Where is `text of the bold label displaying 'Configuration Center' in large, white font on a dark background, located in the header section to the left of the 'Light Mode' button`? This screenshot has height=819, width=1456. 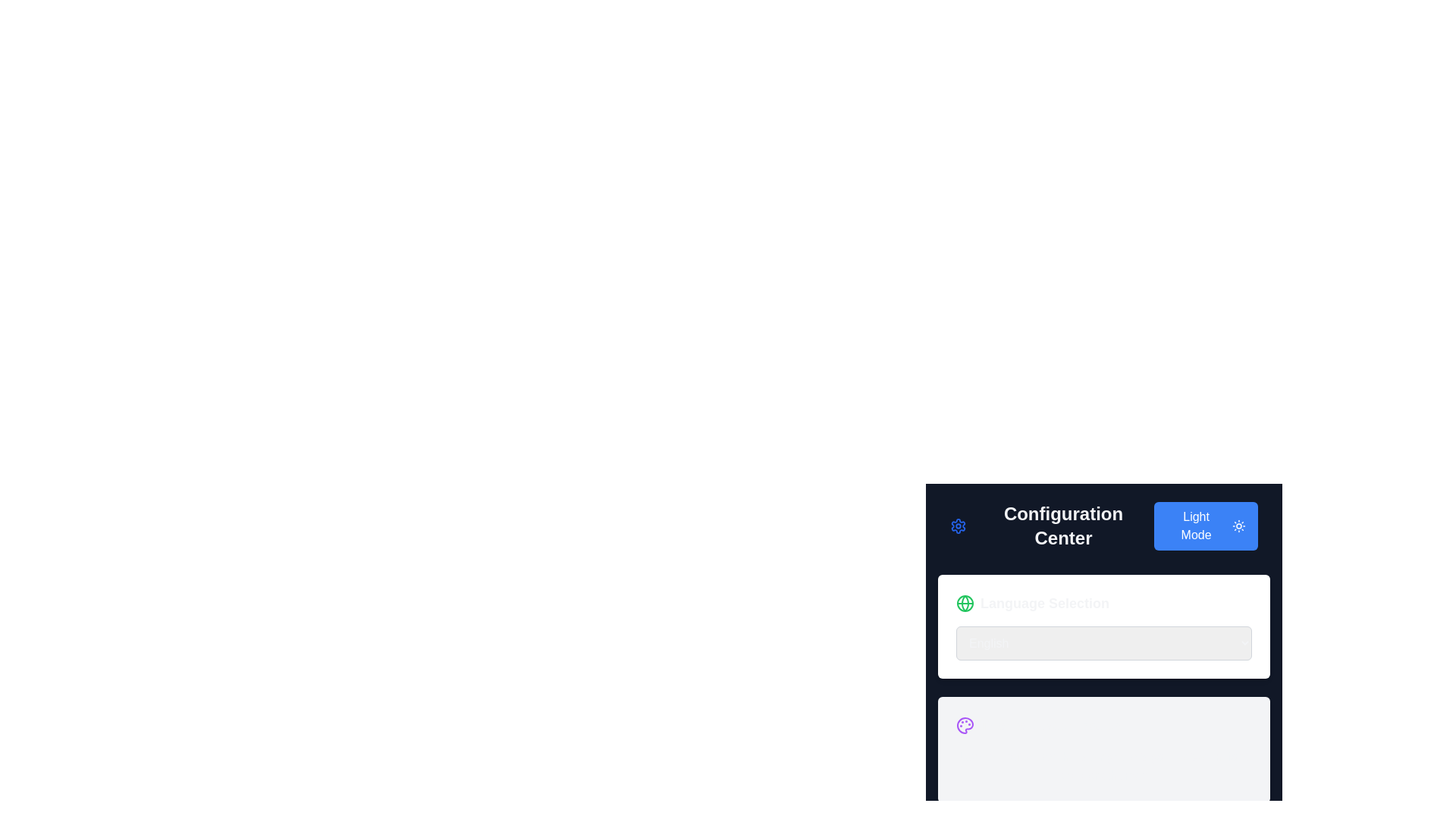
text of the bold label displaying 'Configuration Center' in large, white font on a dark background, located in the header section to the left of the 'Light Mode' button is located at coordinates (1051, 526).